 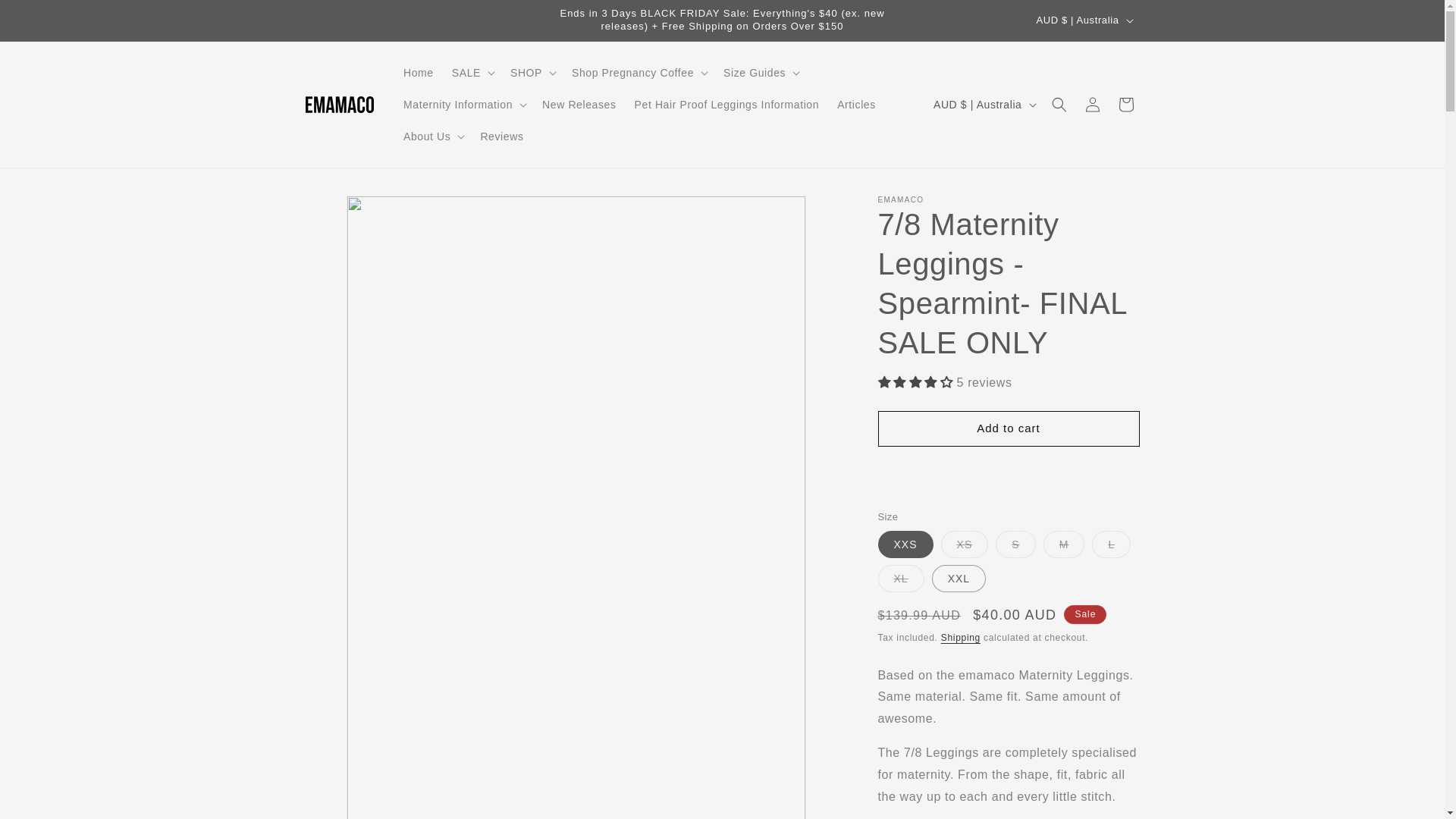 I want to click on 'AUD $ | Australia', so click(x=983, y=104).